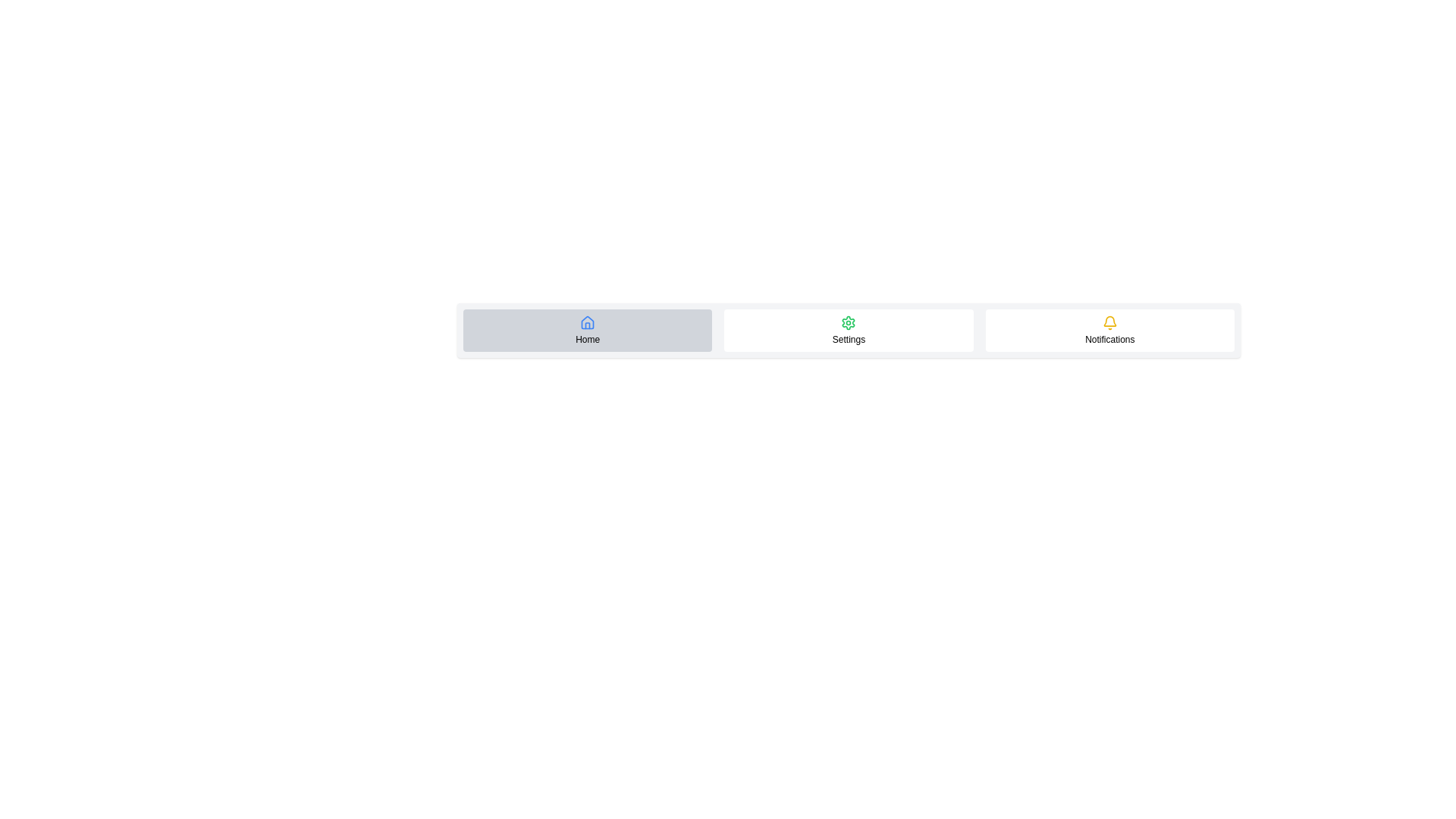 This screenshot has width=1456, height=819. What do you see at coordinates (587, 338) in the screenshot?
I see `the 'Home' text label element, which is a small font size label displaying 'Home' directly below a blue house icon in the navigation bar` at bounding box center [587, 338].